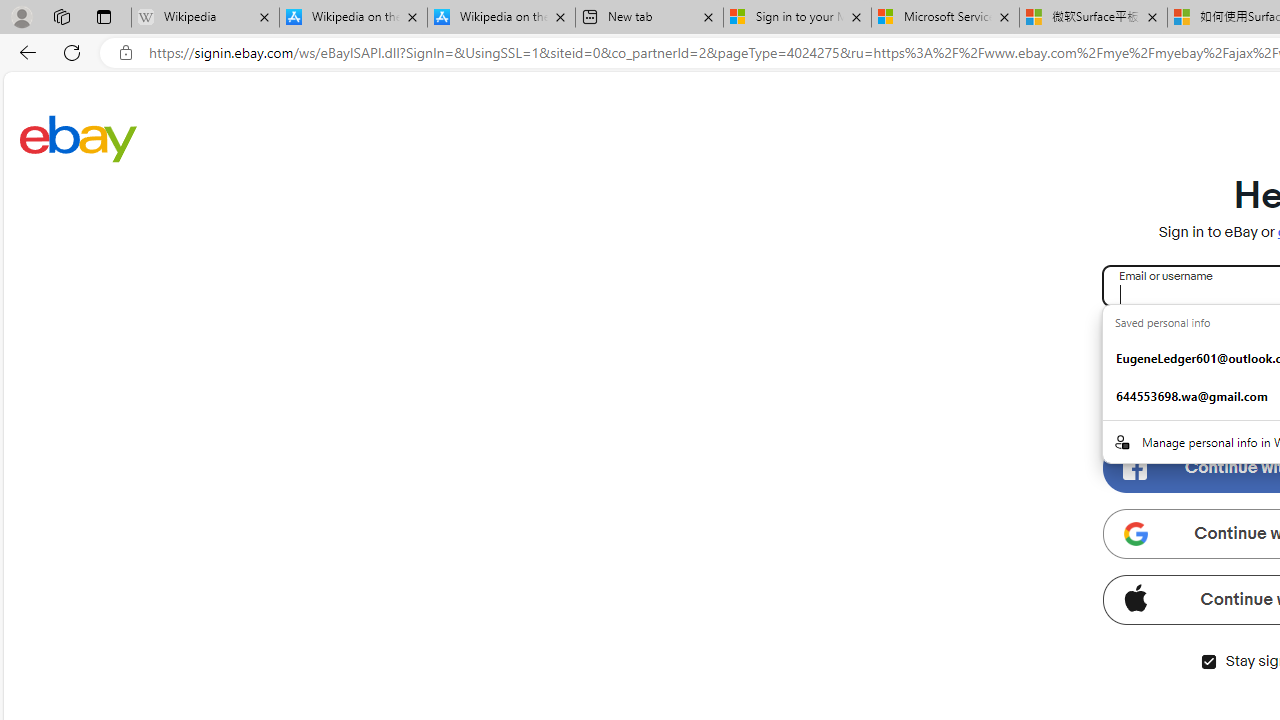 The image size is (1280, 720). I want to click on 'Stay signed in', so click(1207, 661).